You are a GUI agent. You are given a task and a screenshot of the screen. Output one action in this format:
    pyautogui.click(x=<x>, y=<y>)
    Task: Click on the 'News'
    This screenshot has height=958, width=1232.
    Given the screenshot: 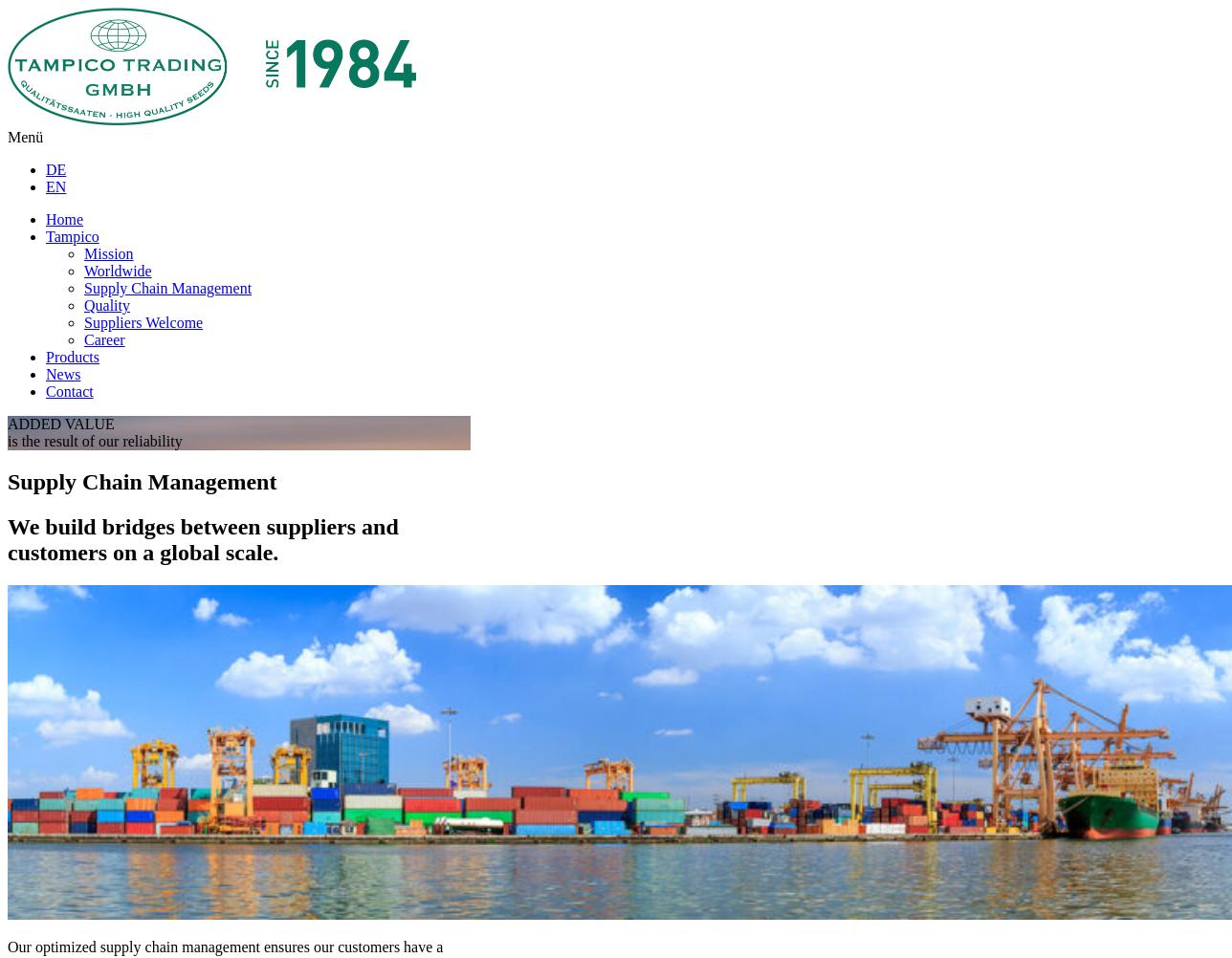 What is the action you would take?
    pyautogui.click(x=62, y=374)
    